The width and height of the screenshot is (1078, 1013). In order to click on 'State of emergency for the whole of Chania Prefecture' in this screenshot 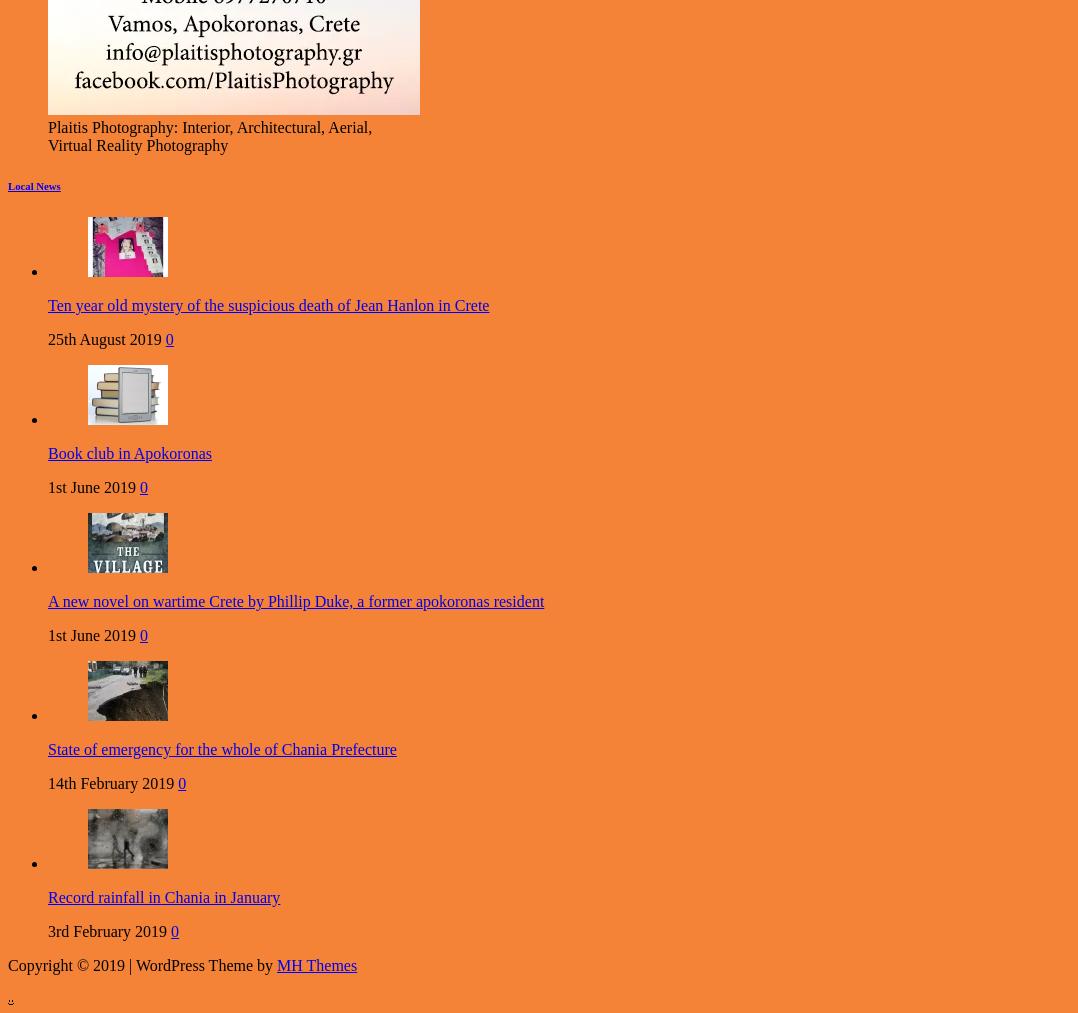, I will do `click(221, 749)`.